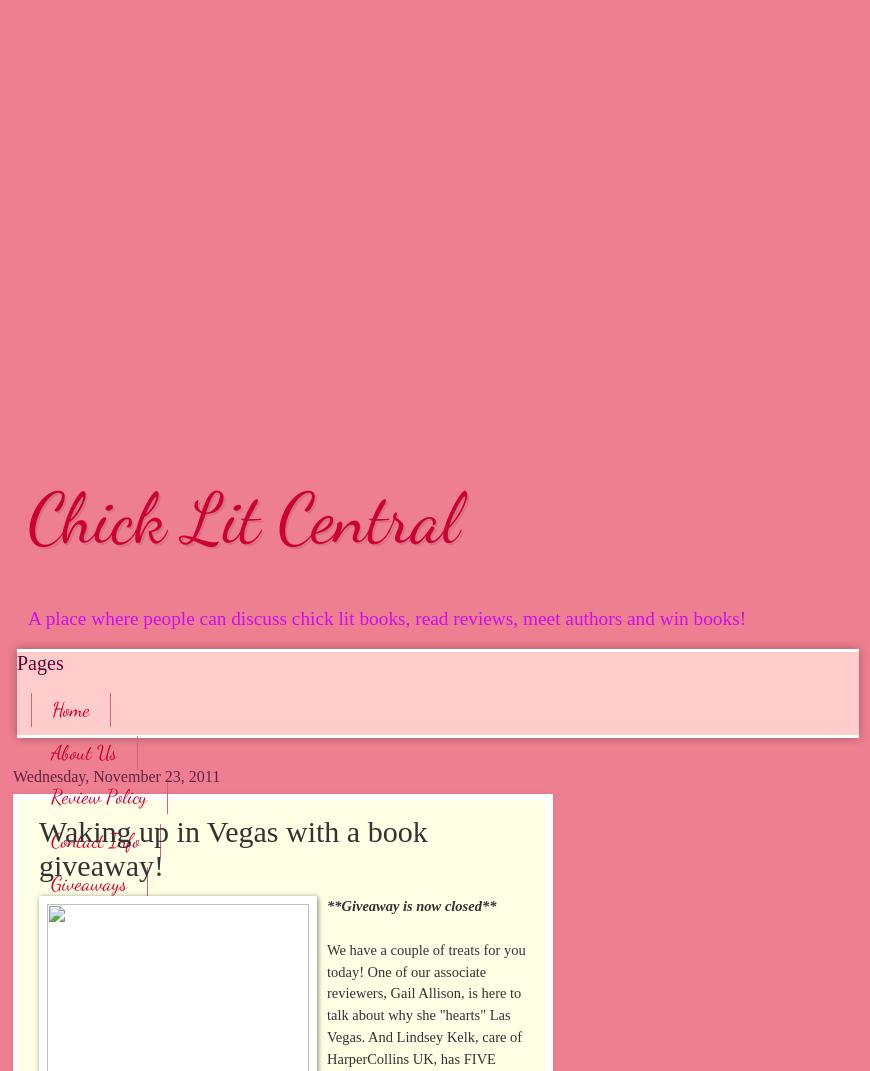  Describe the element at coordinates (411, 905) in the screenshot. I see `'**Giveaway is now closed**'` at that location.